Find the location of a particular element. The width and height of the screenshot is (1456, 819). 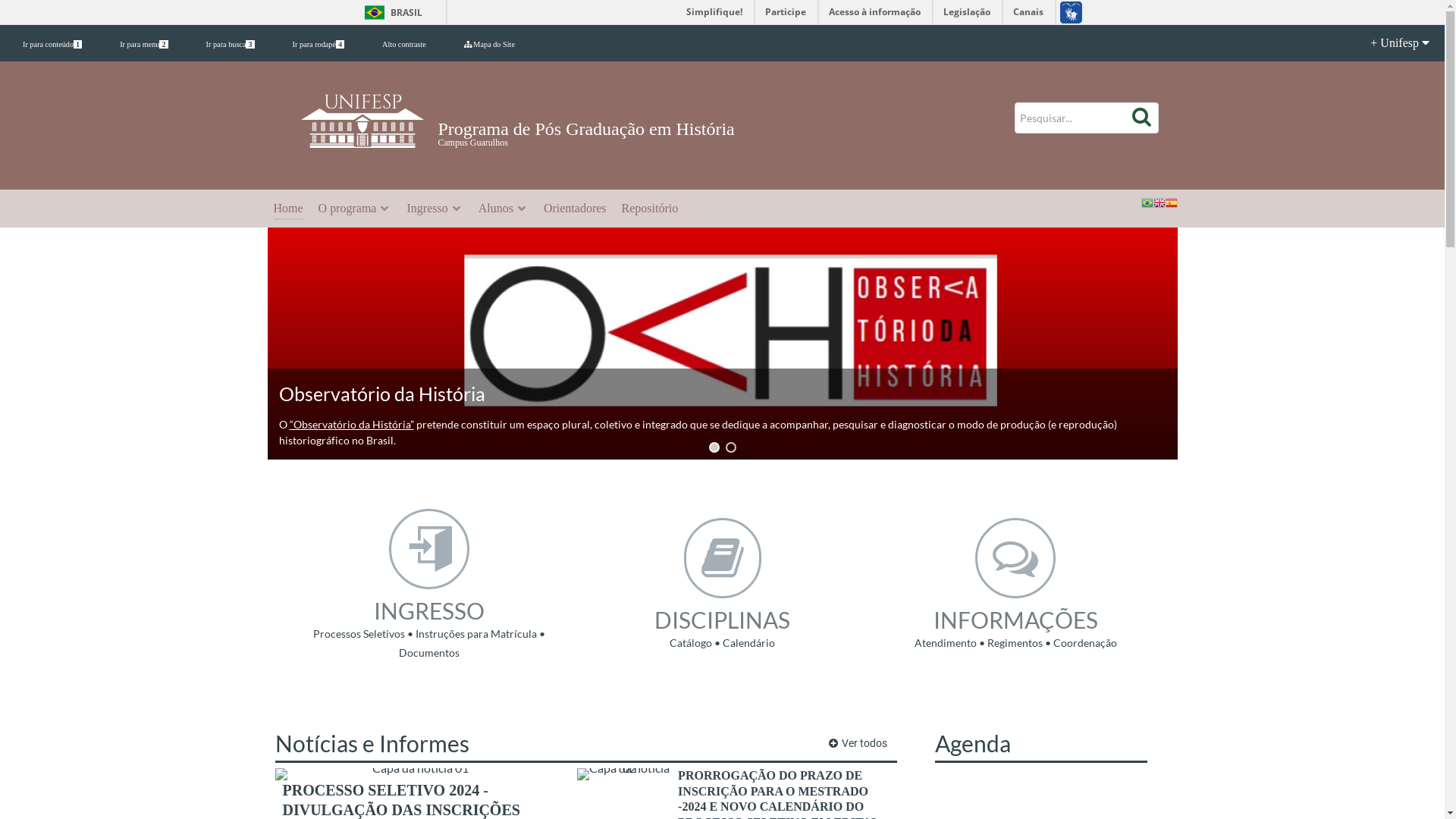

'Mapa do Site' is located at coordinates (489, 43).